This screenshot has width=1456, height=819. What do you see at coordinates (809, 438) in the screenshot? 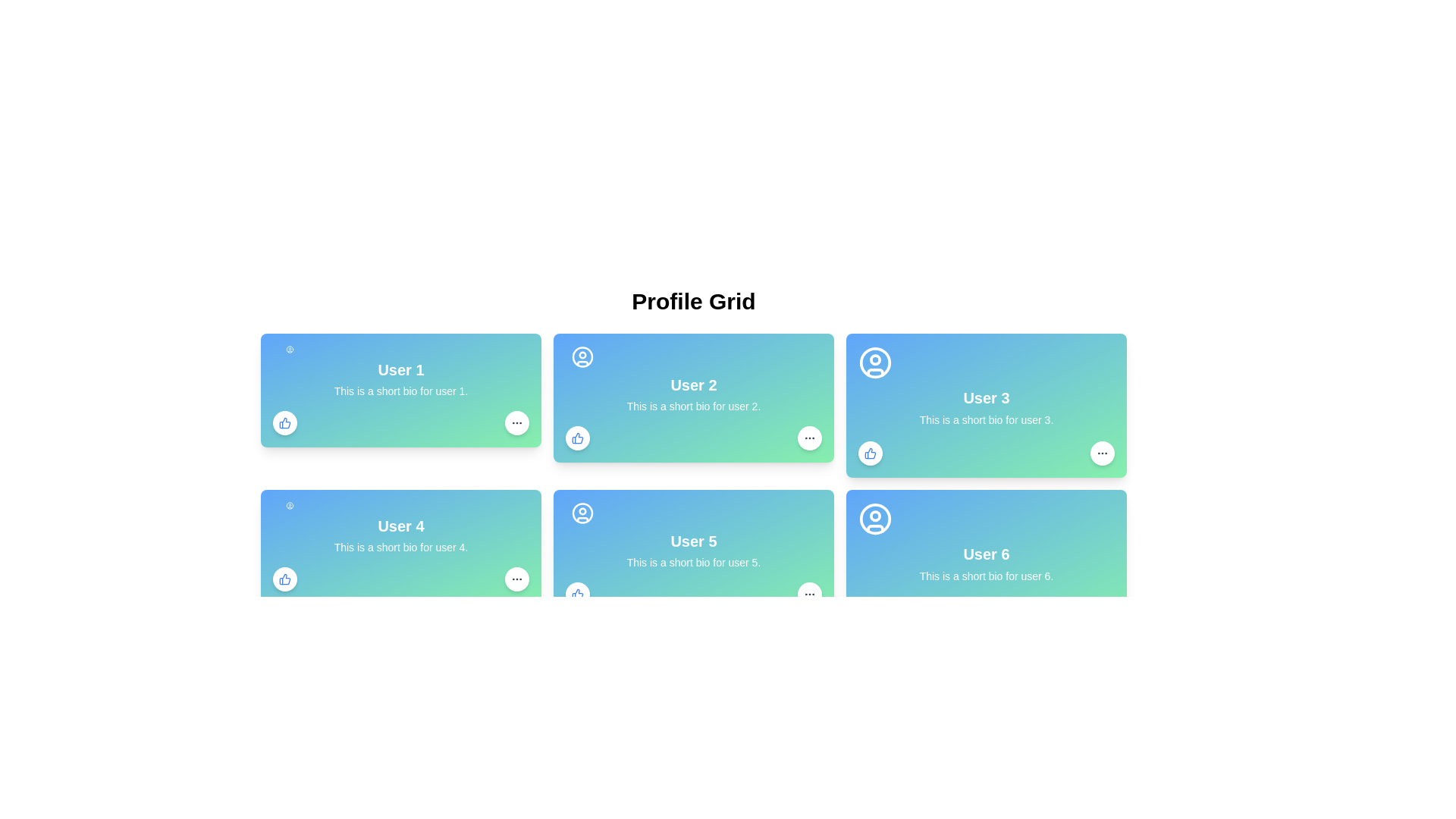
I see `the more options button located in the top right section of the 'User 2' card` at bounding box center [809, 438].